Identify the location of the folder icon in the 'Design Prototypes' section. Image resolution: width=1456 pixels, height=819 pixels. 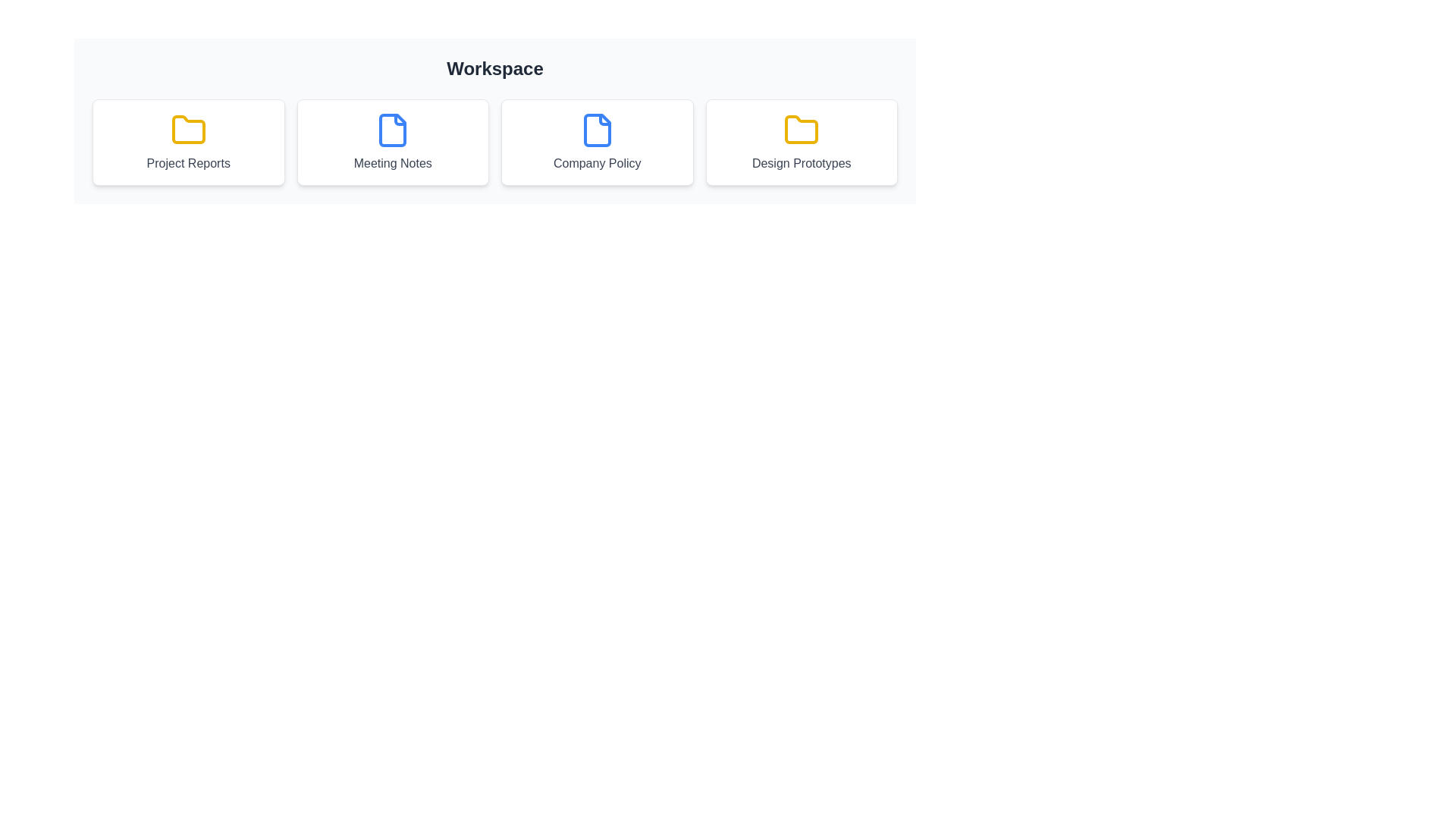
(801, 128).